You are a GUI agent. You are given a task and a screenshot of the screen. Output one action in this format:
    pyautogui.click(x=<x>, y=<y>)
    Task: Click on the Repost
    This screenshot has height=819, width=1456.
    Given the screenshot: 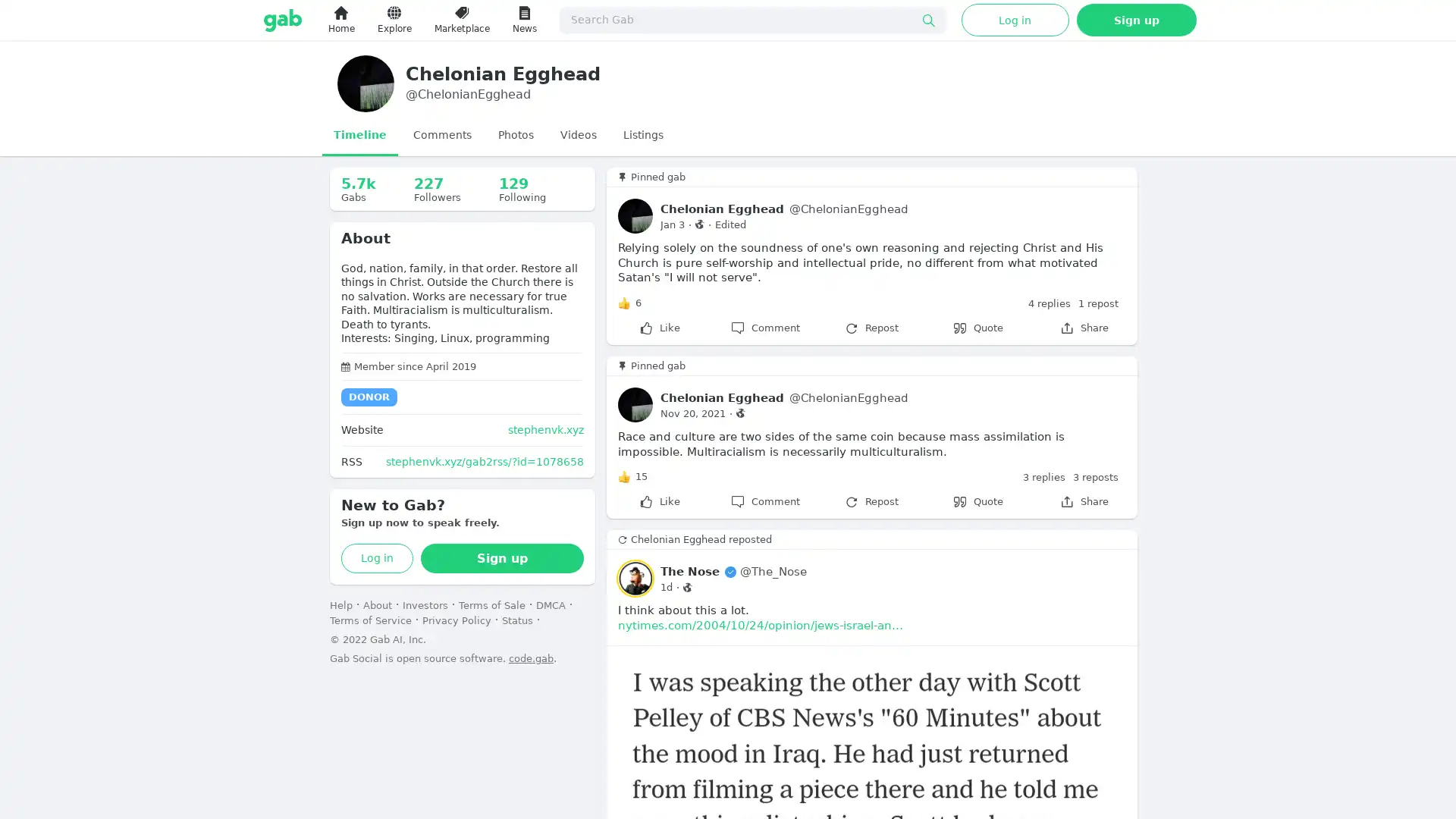 What is the action you would take?
    pyautogui.click(x=872, y=327)
    